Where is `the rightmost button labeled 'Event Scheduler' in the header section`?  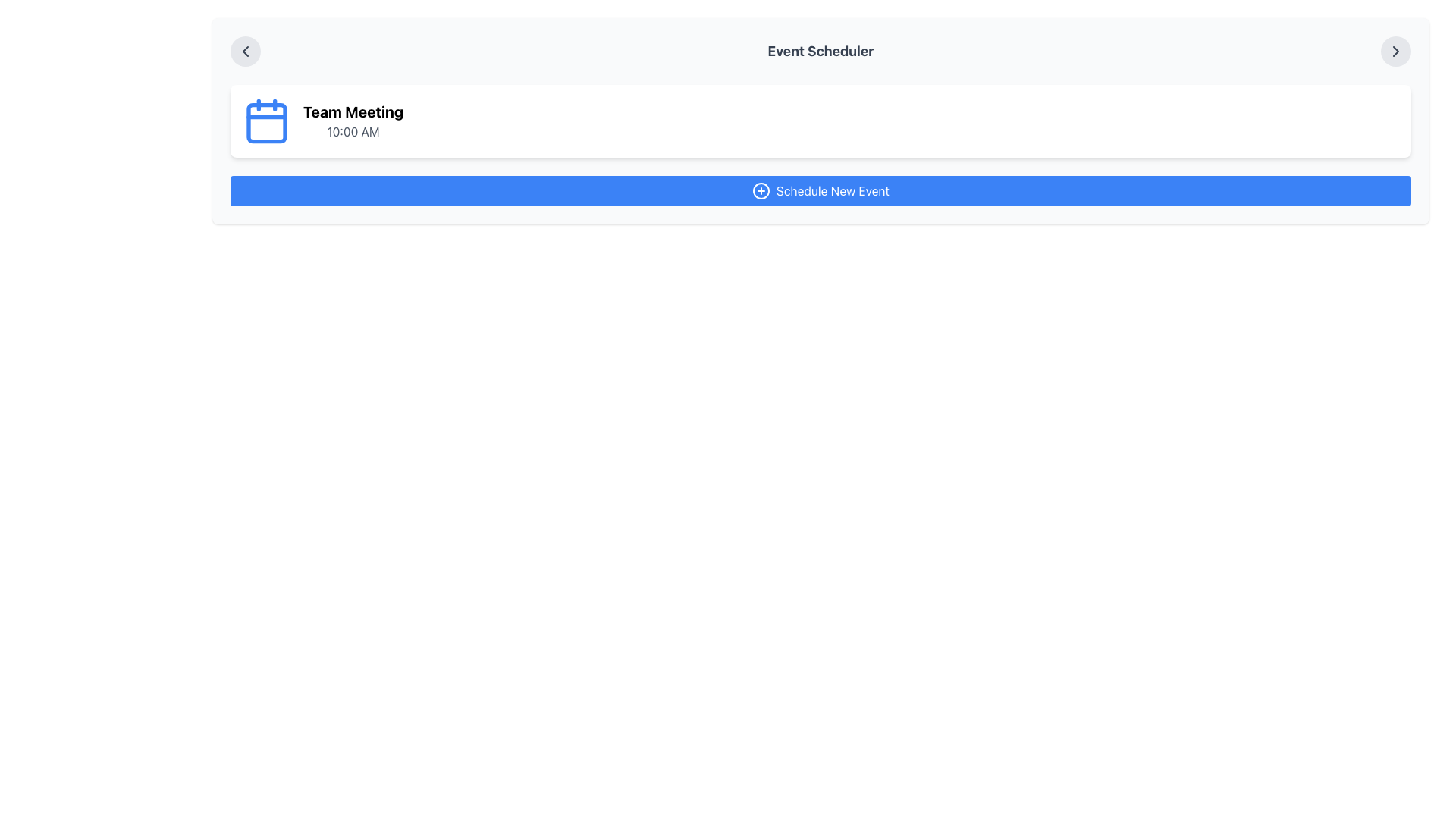
the rightmost button labeled 'Event Scheduler' in the header section is located at coordinates (1395, 51).